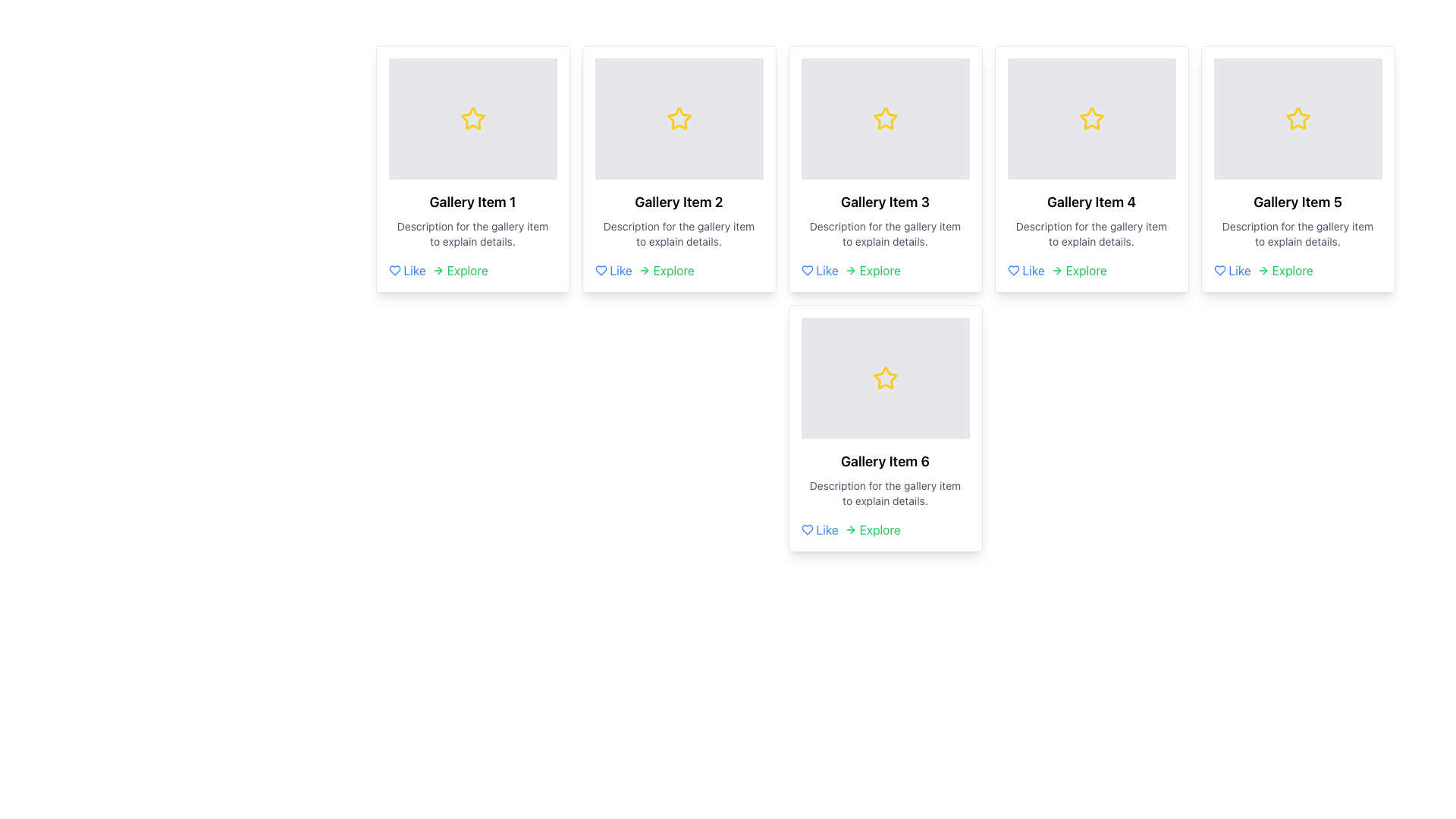 The width and height of the screenshot is (1456, 819). I want to click on the Decorative Icon located in the 'Gallery Item 6' card, which symbolizes a feature such as a favorite or rating, so click(885, 377).